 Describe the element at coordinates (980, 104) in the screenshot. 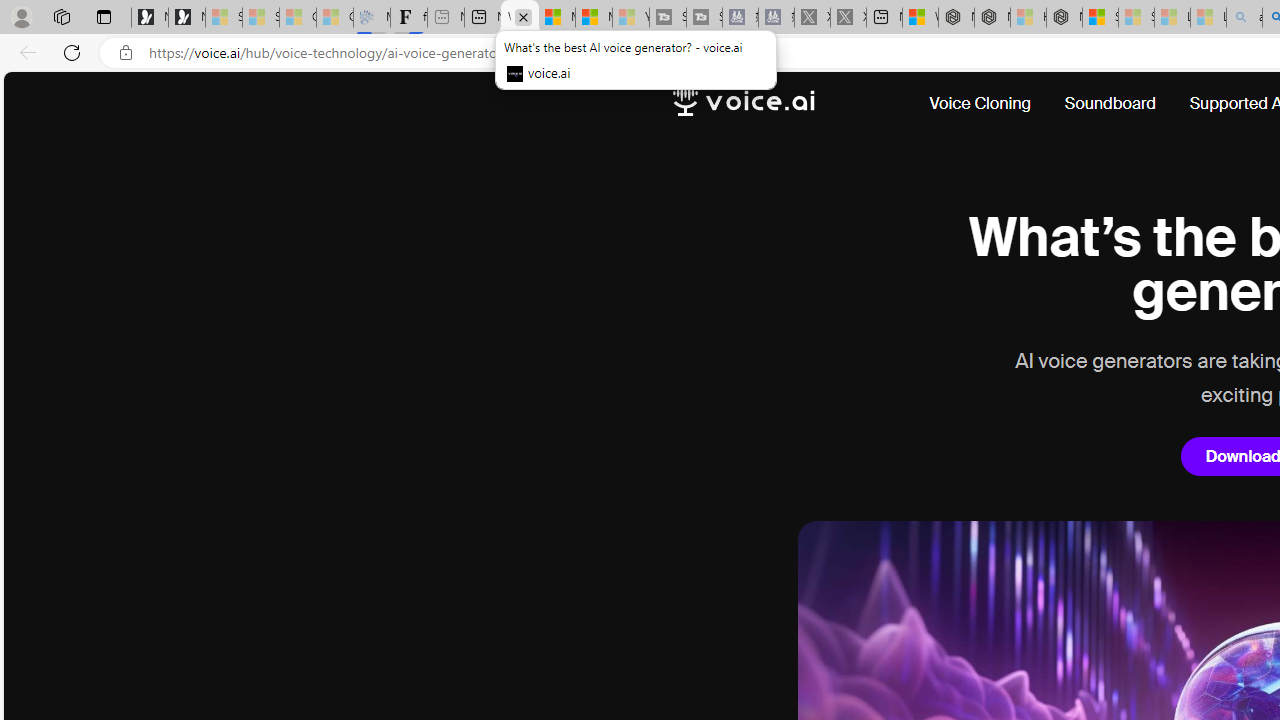

I see `'Voice Cloning'` at that location.